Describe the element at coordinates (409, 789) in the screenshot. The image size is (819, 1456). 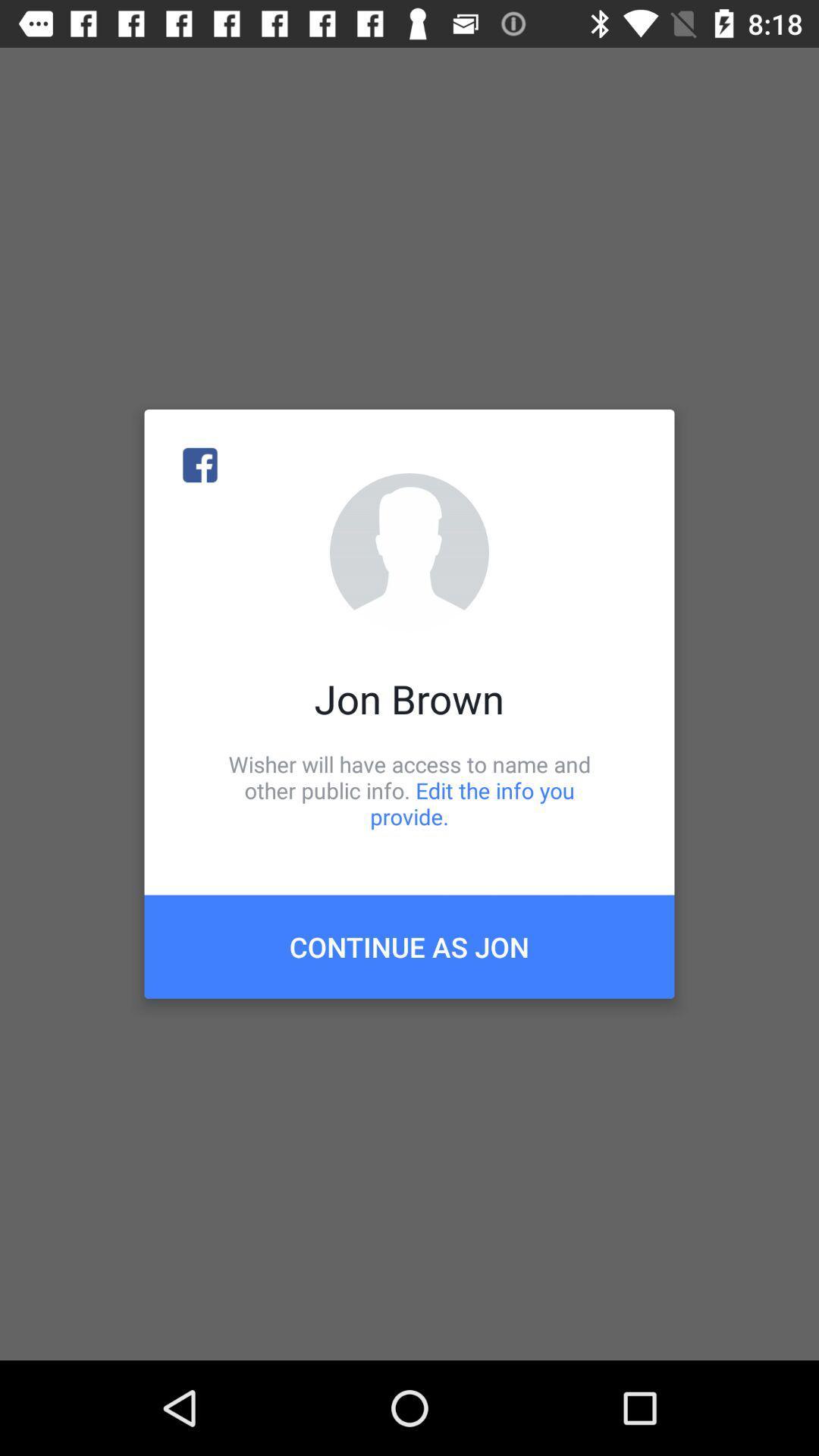
I see `item below jon brown item` at that location.